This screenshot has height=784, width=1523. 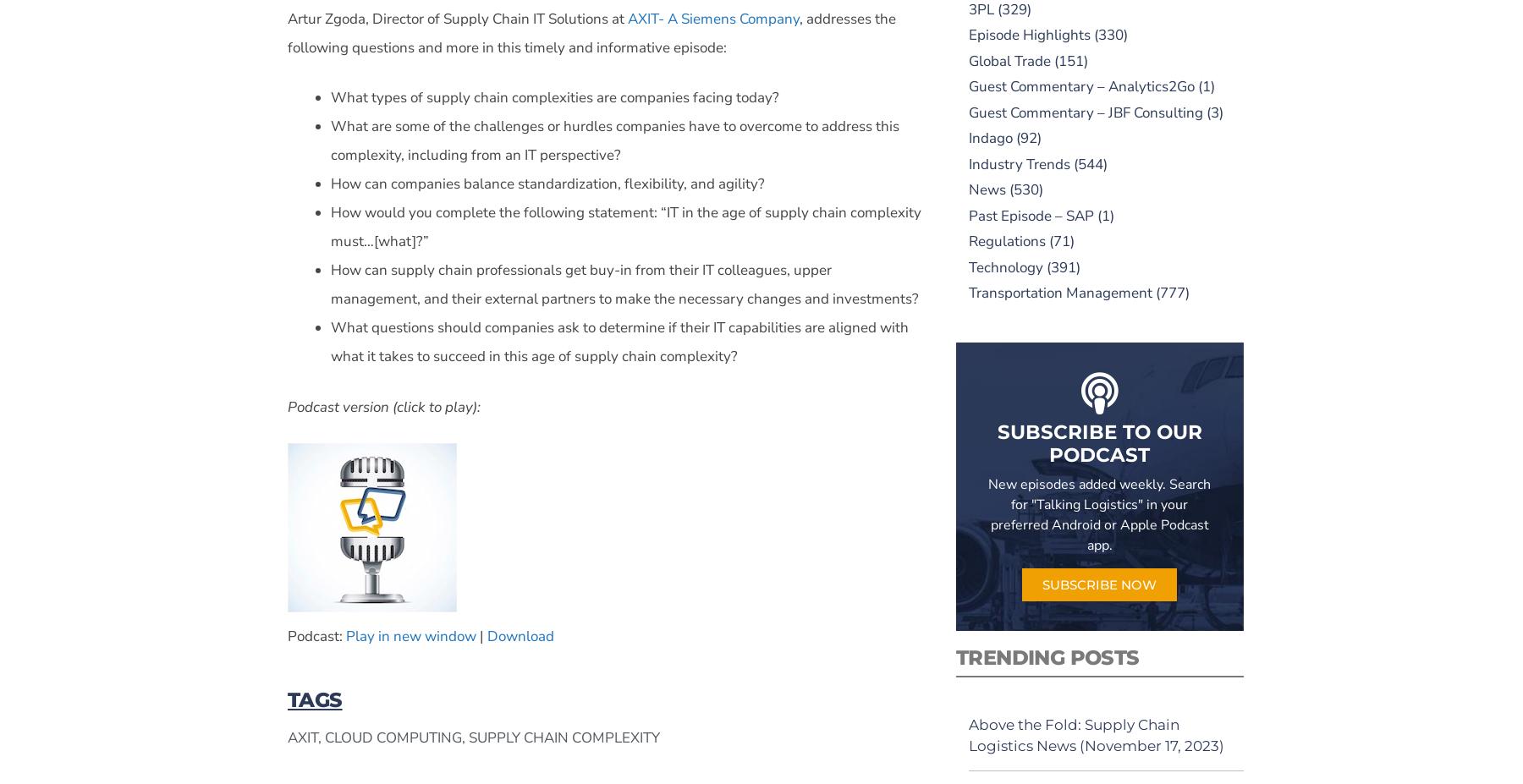 What do you see at coordinates (547, 184) in the screenshot?
I see `'How can companies balance standardization, flexibility, and agility?'` at bounding box center [547, 184].